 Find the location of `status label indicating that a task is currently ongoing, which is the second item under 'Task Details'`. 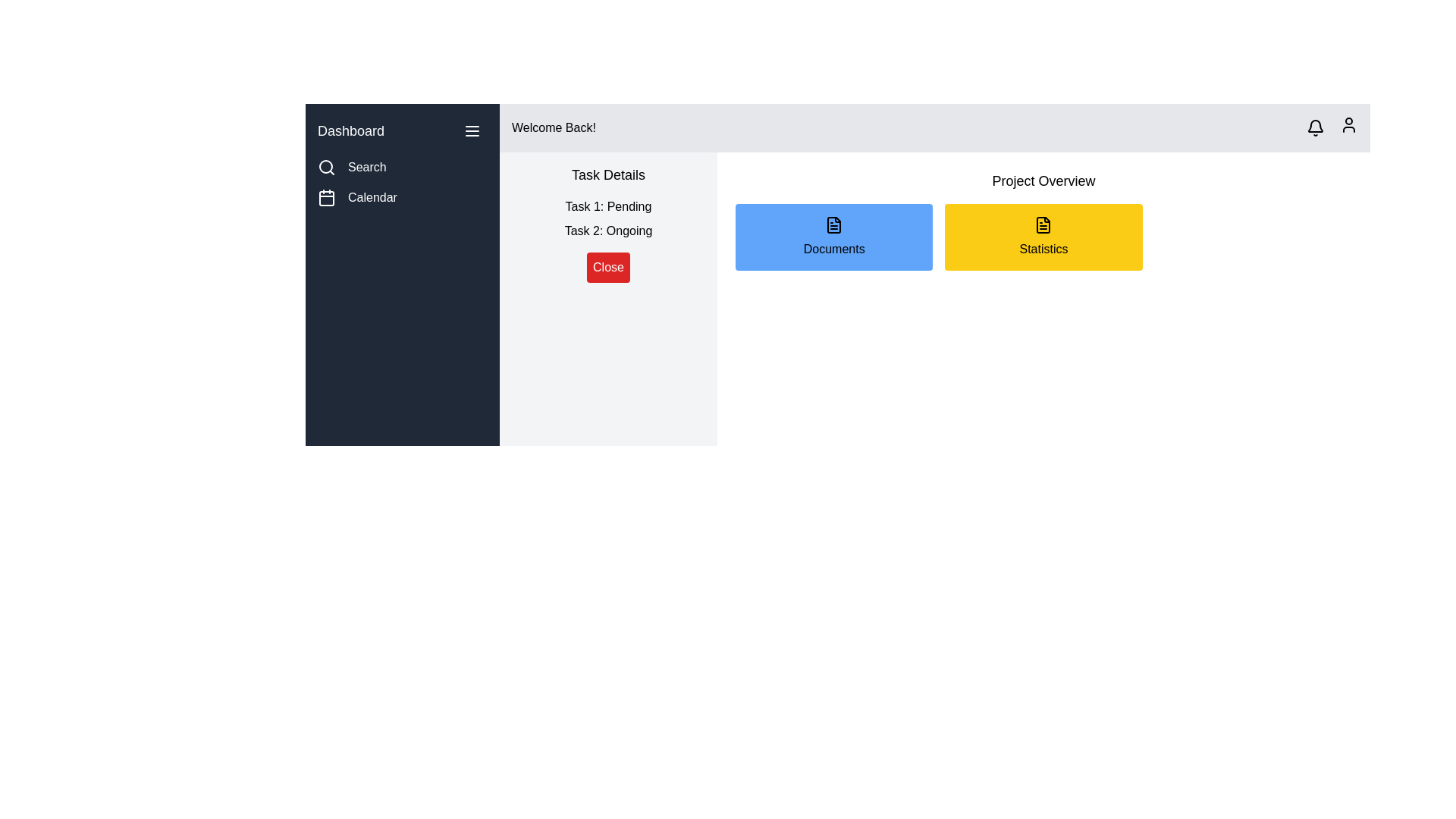

status label indicating that a task is currently ongoing, which is the second item under 'Task Details' is located at coordinates (608, 231).